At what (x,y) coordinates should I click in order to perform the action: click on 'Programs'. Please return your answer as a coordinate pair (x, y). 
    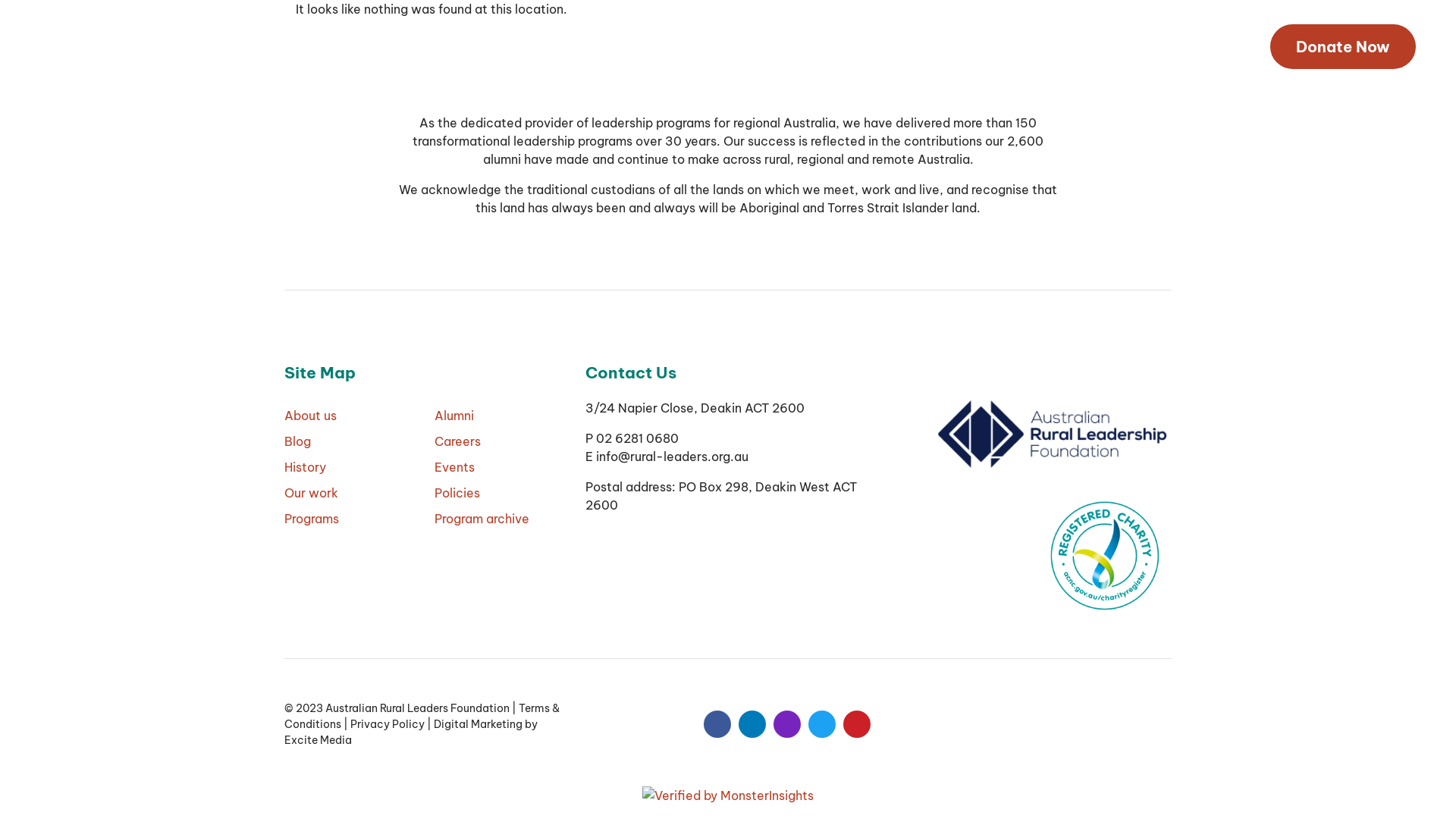
    Looking at the image, I should click on (351, 517).